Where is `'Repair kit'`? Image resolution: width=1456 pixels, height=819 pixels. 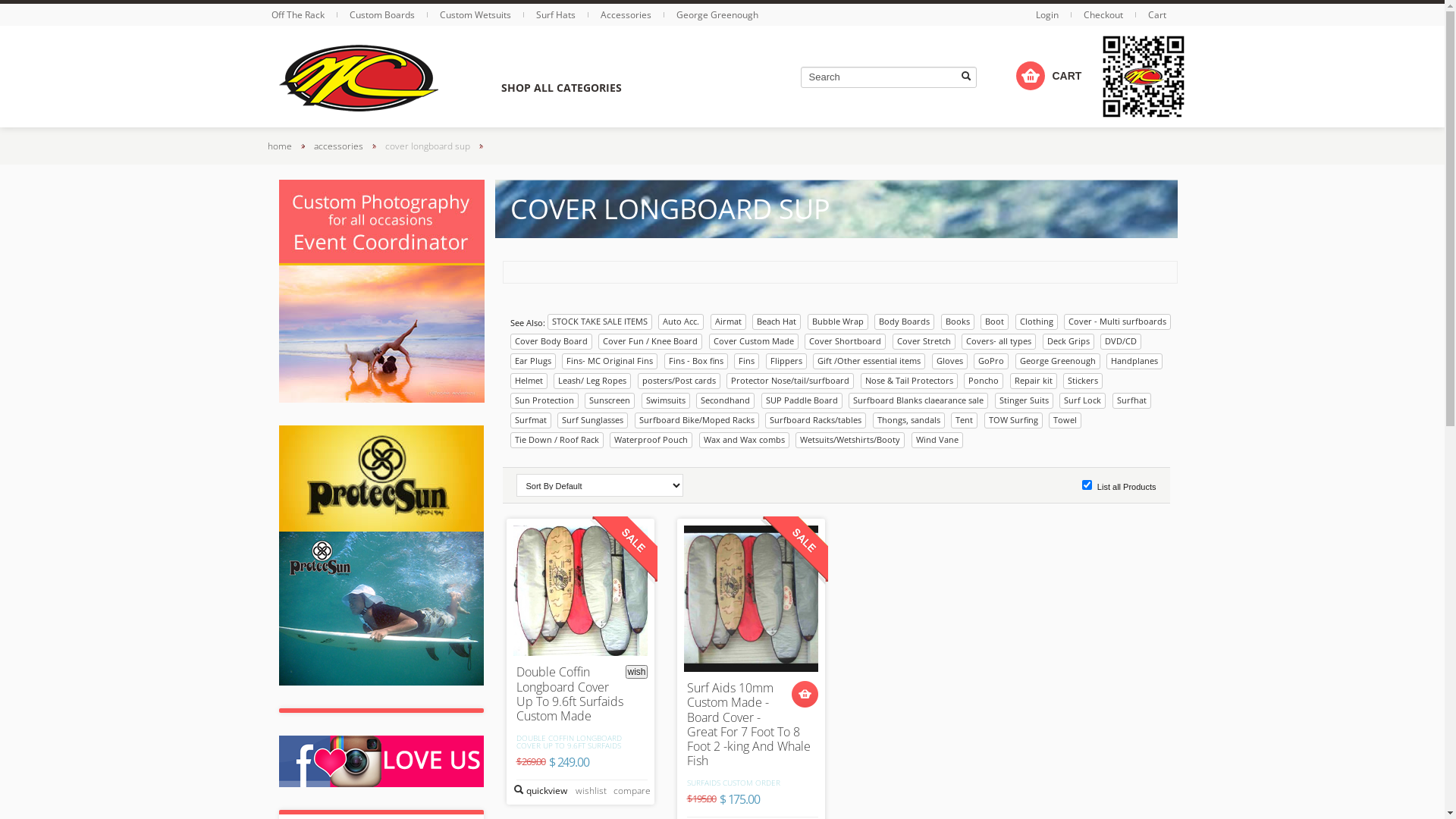
'Repair kit' is located at coordinates (1033, 380).